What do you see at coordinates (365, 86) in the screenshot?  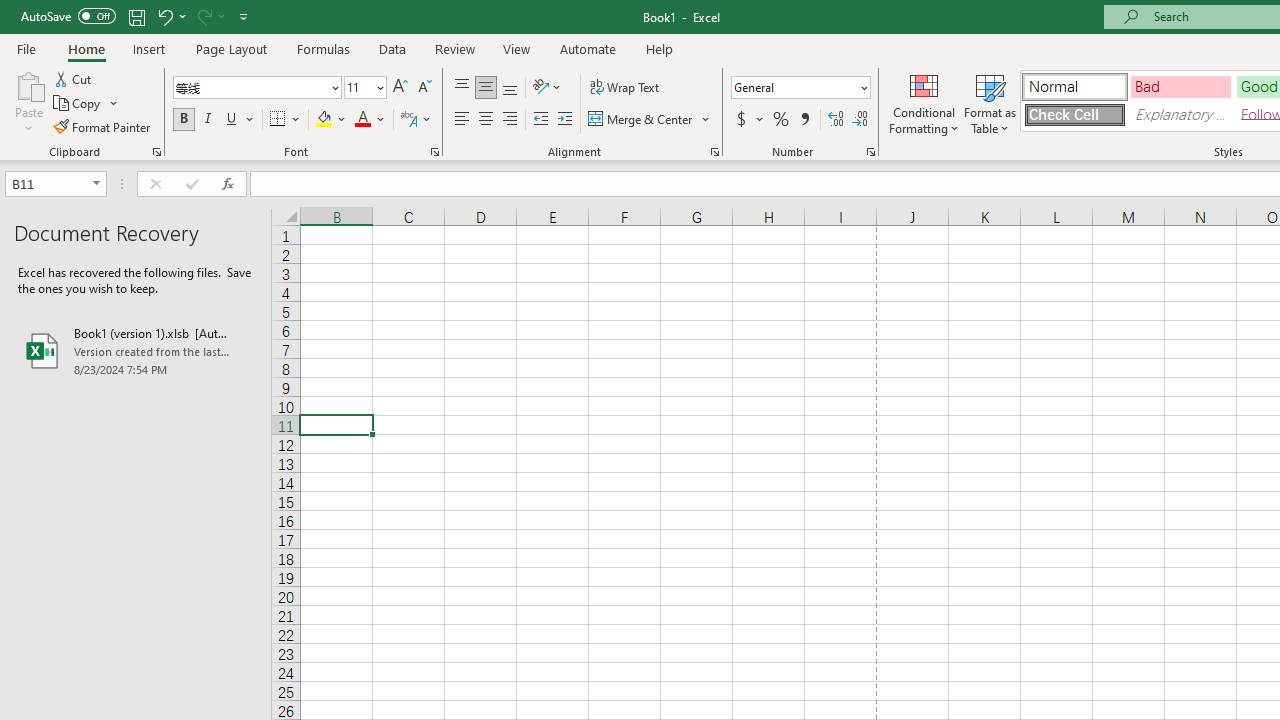 I see `'Font Size'` at bounding box center [365, 86].